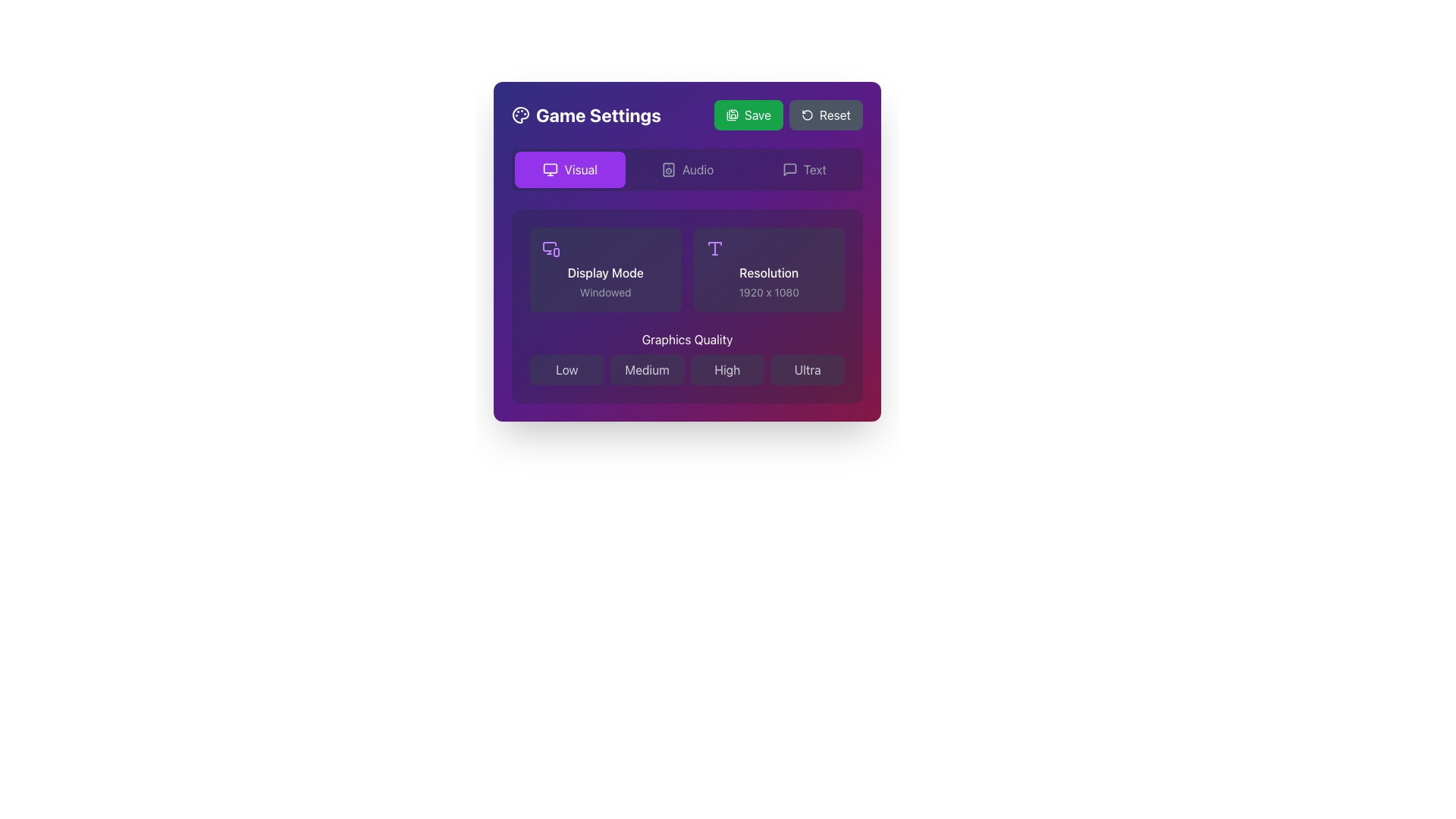 This screenshot has width=1456, height=819. Describe the element at coordinates (550, 169) in the screenshot. I see `the decorative icon representing the 'Visual' tab in the application settings interface, located at the top-left area, adjacent to the 'Visual' label` at that location.